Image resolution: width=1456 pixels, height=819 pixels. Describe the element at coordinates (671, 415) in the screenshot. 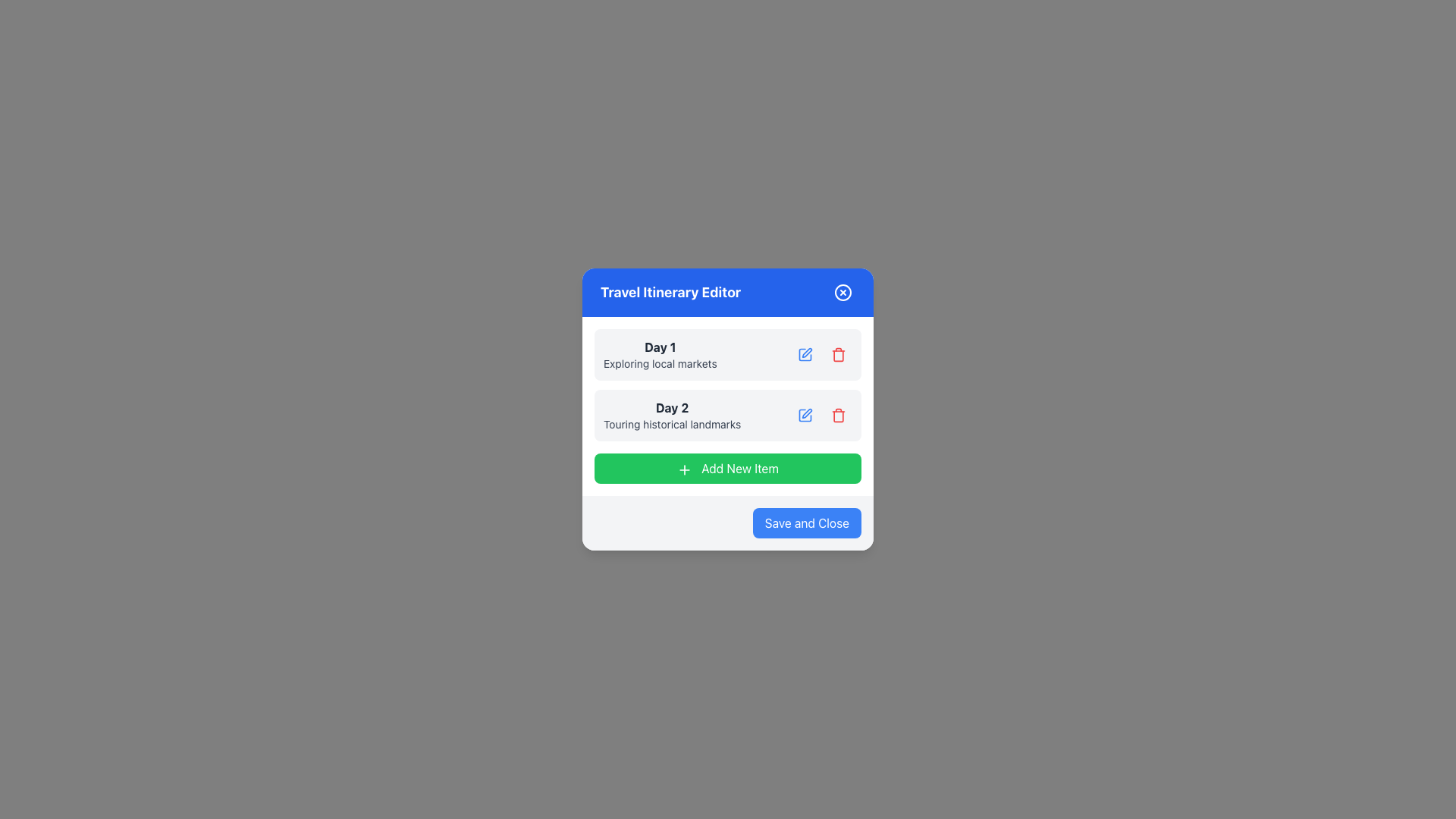

I see `the textual label that reads 'Day 2' and 'Touring historical landmarks', which is the second itinerary entry in the 'Travel Itinerary Editor', positioned between 'Day 1' and the '+ Add New Item' button` at that location.